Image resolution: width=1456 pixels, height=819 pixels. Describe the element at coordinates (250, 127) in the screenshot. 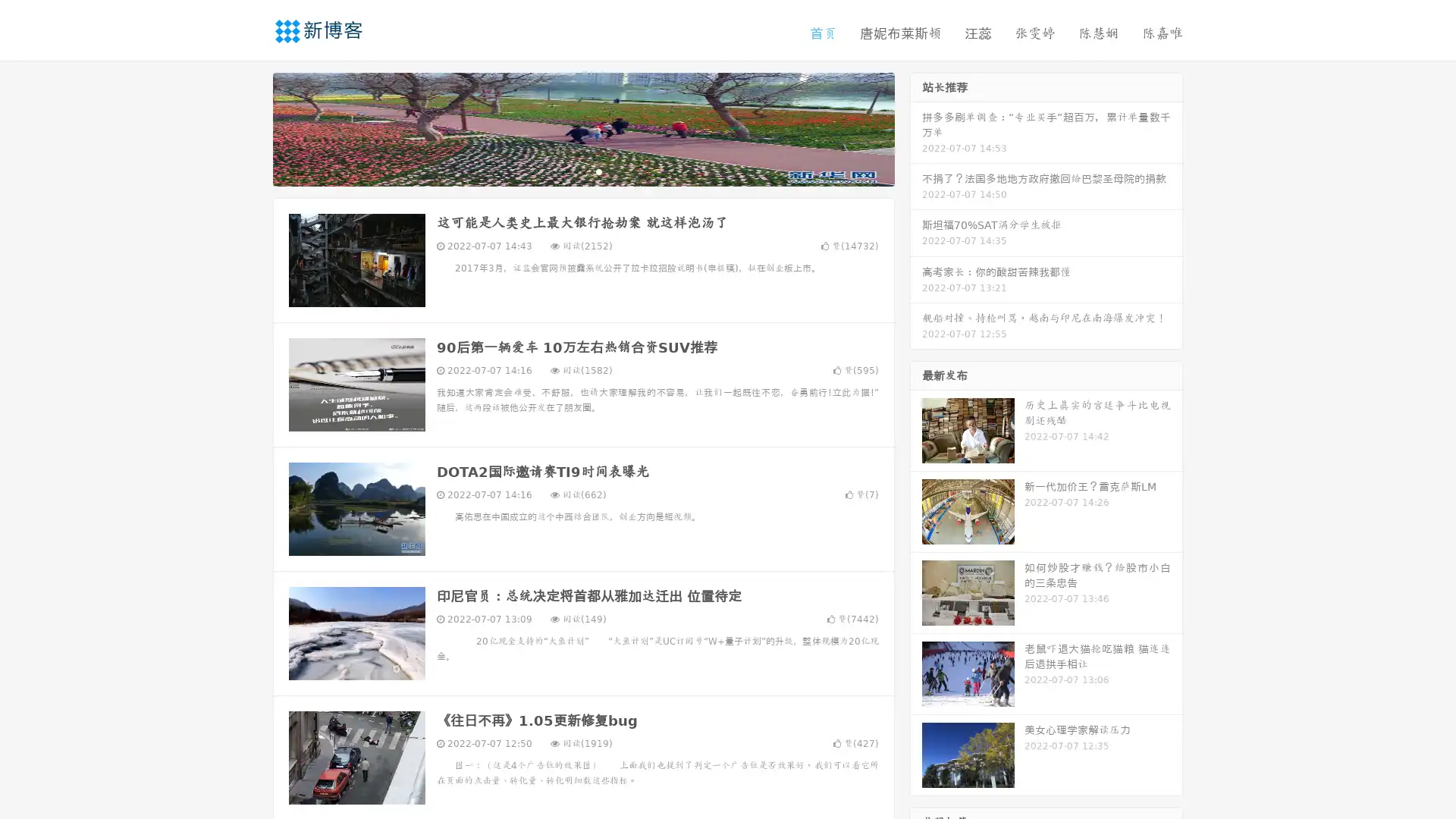

I see `Previous slide` at that location.